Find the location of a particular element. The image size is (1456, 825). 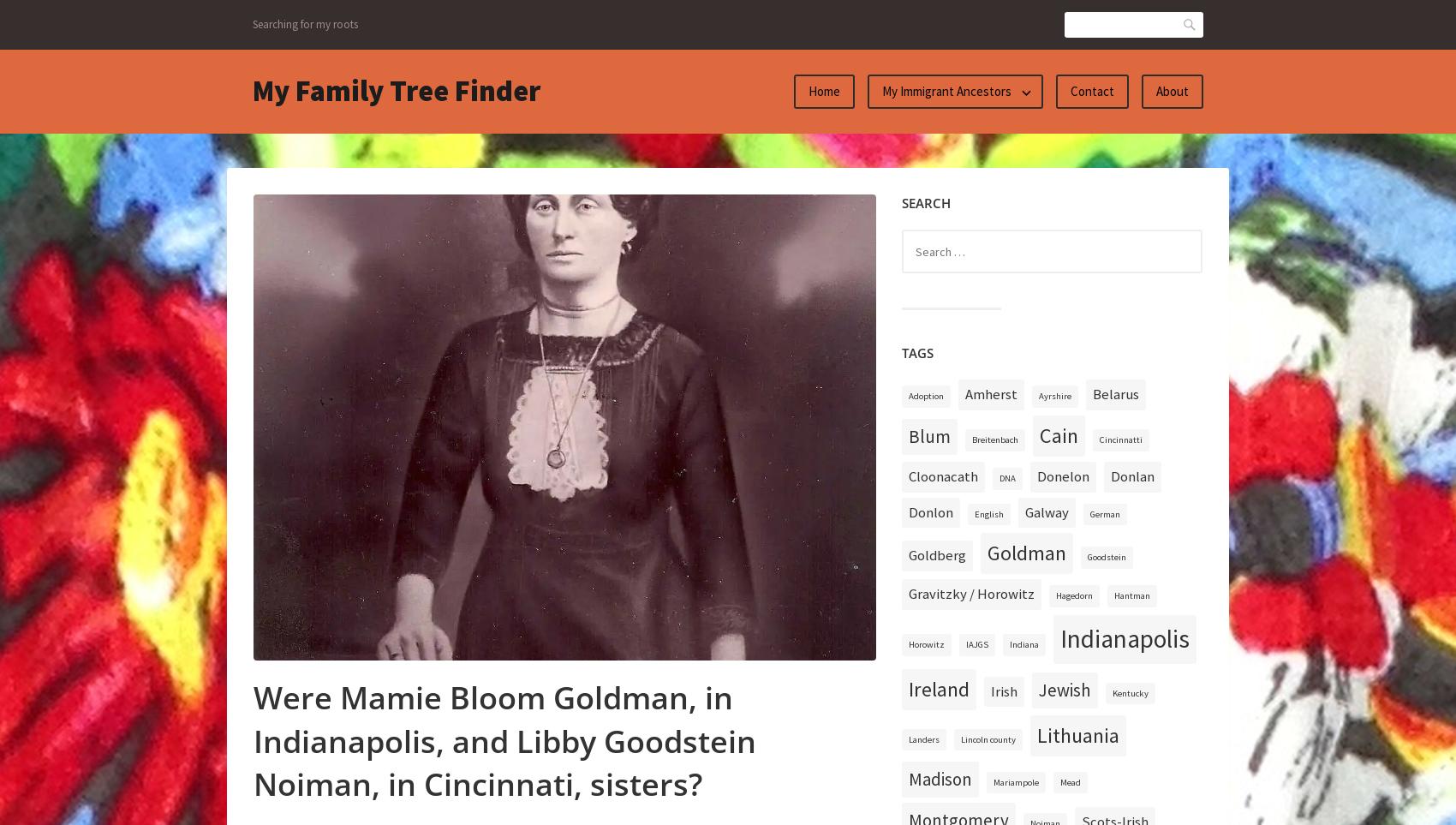

'My Family Tree Finder' is located at coordinates (252, 90).